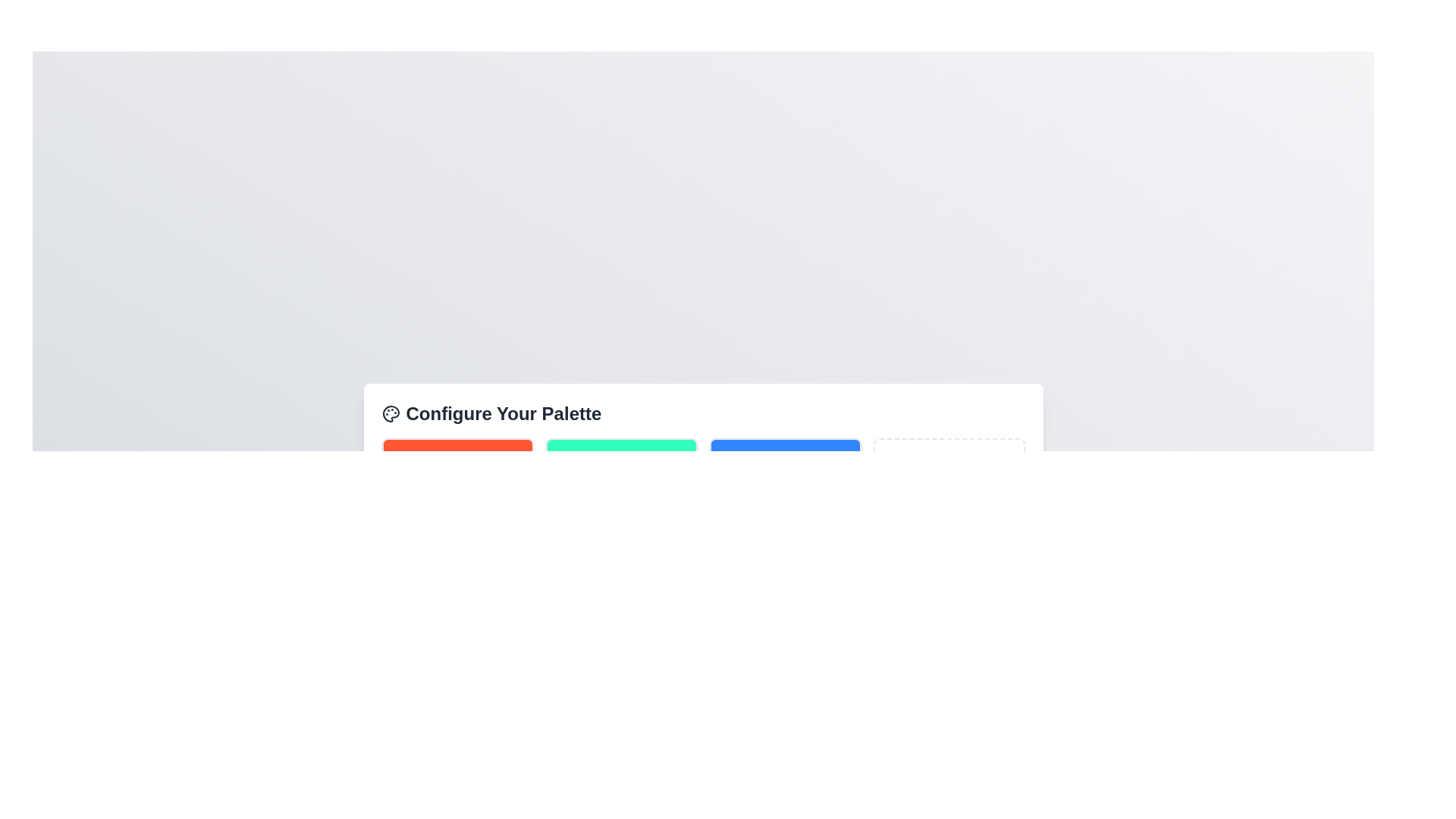  I want to click on the configuration icon that represents customizing a palette, which is located slightly to the left of the 'Configure Your Palette' text, so click(391, 414).